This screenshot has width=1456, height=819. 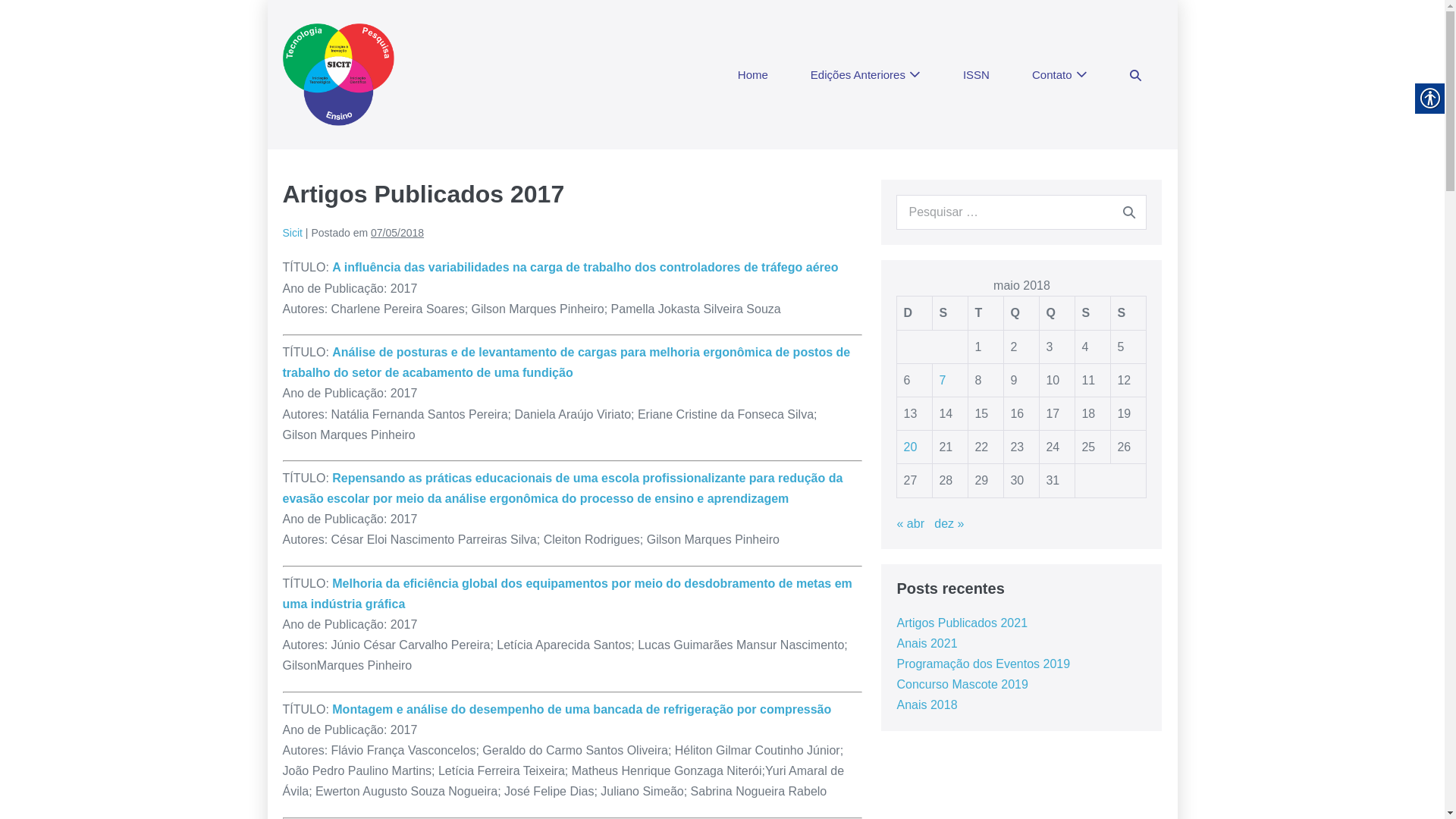 I want to click on 'Contato', so click(x=1059, y=75).